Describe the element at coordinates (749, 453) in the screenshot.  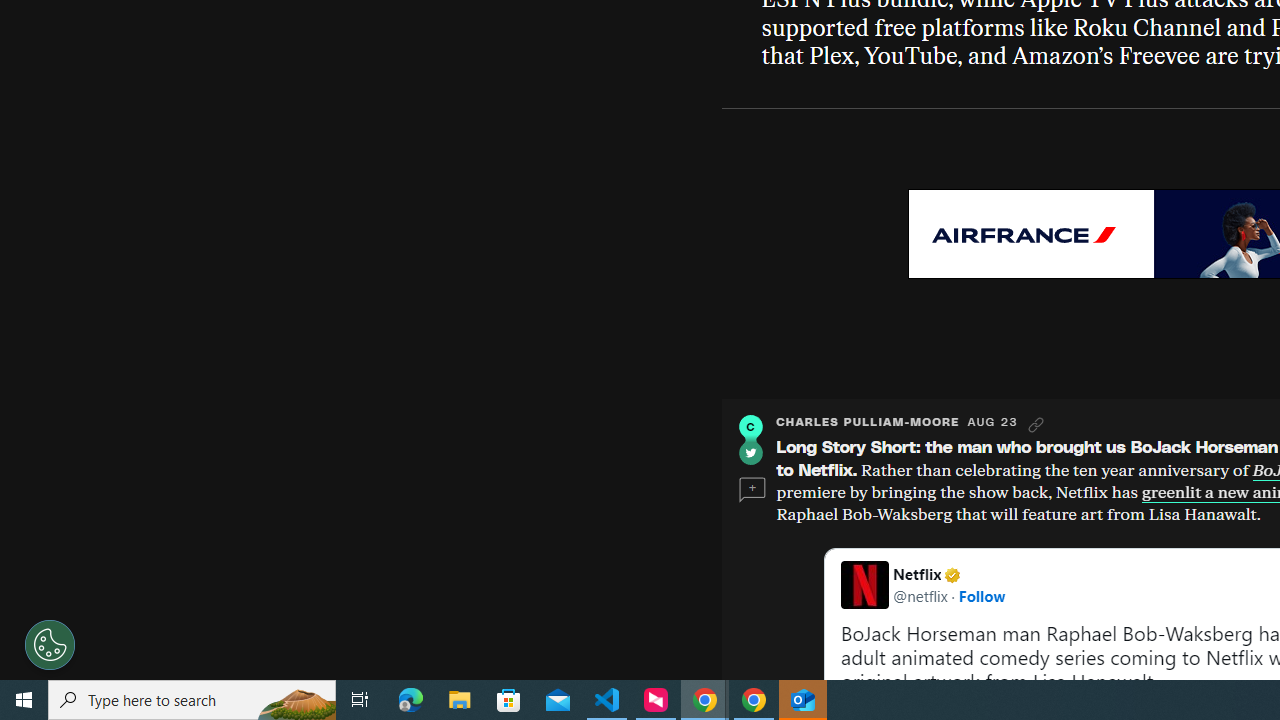
I see `'Twitter'` at that location.